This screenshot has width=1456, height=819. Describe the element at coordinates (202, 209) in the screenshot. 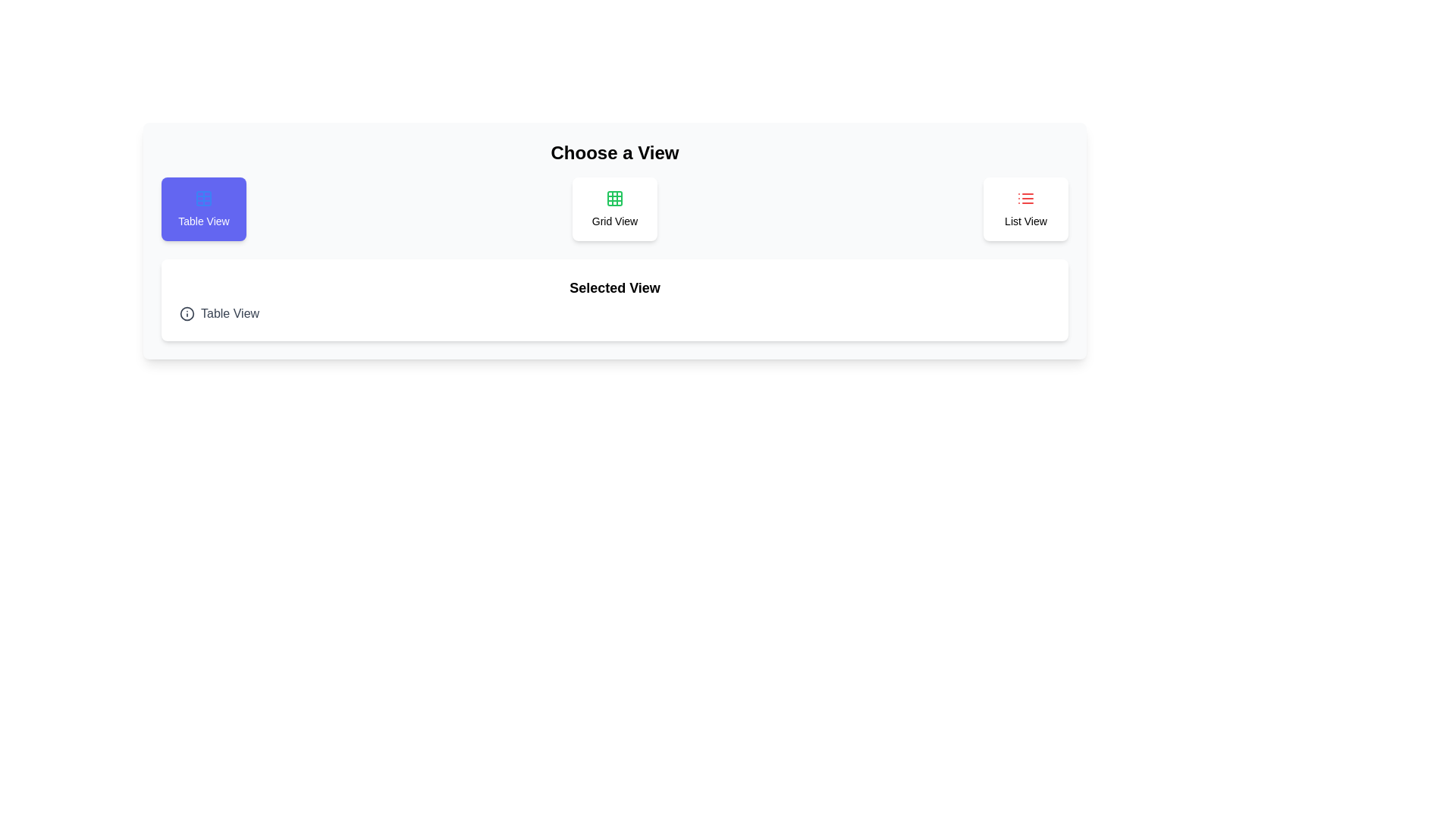

I see `the indigo blue 'Table View' button with a table icon and white text` at that location.